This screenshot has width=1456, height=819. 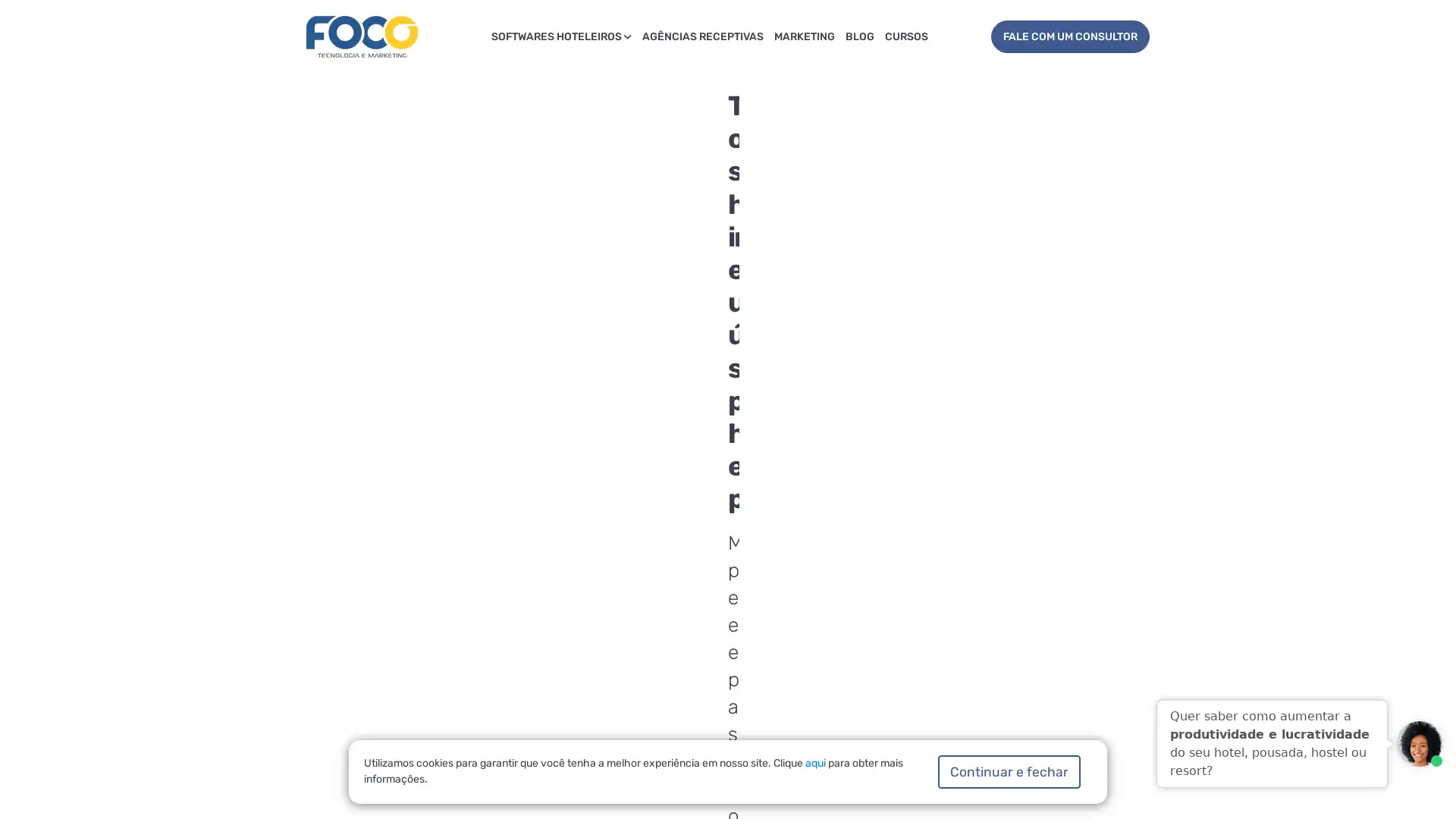 What do you see at coordinates (1009, 771) in the screenshot?
I see `Continuar e fechar` at bounding box center [1009, 771].